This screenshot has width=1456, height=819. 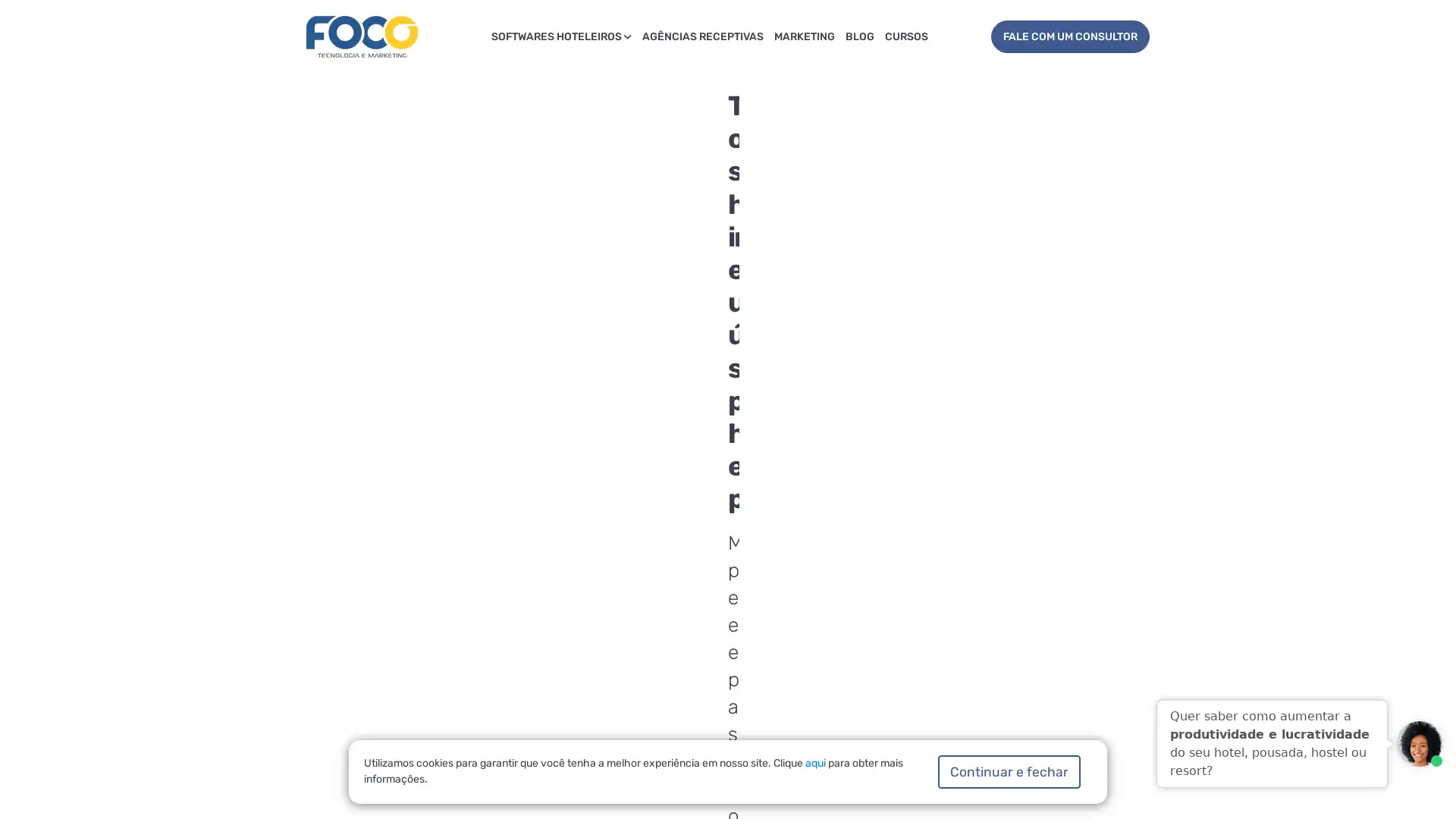 What do you see at coordinates (1009, 771) in the screenshot?
I see `Continuar e fechar` at bounding box center [1009, 771].